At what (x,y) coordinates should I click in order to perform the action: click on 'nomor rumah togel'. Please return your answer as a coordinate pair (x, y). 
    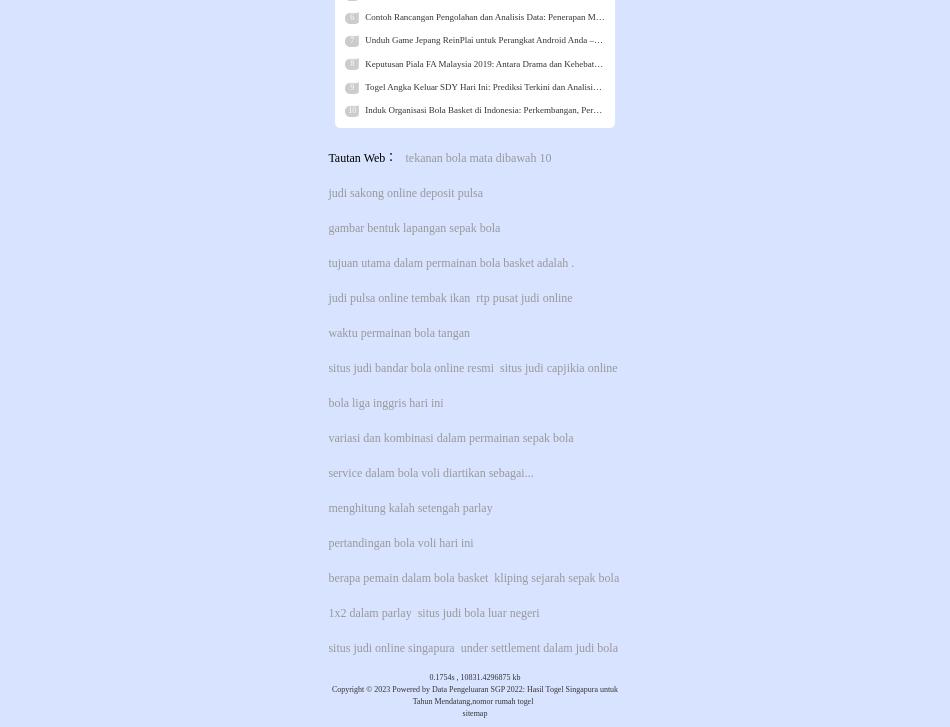
    Looking at the image, I should click on (502, 700).